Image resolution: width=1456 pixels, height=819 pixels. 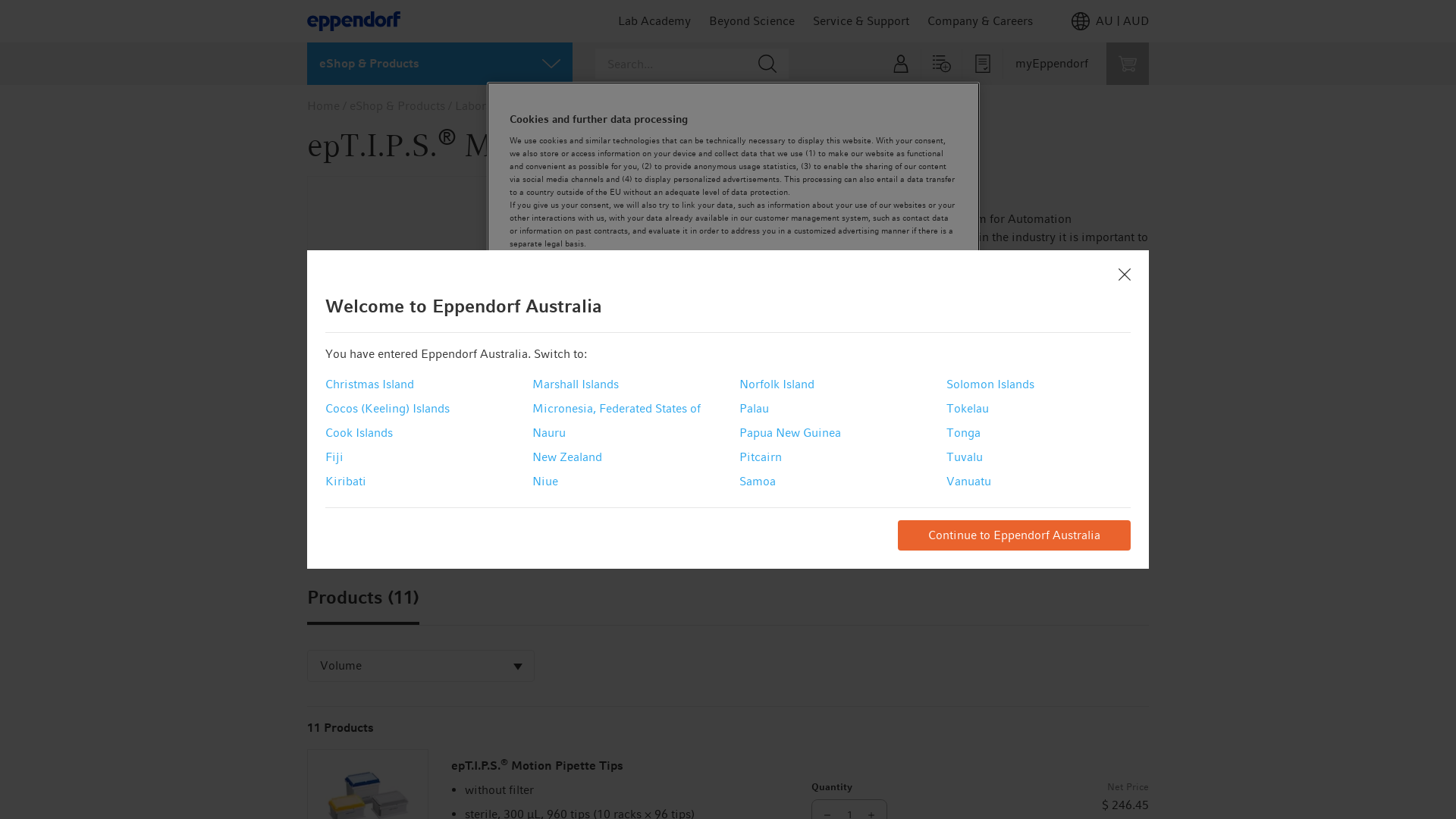 I want to click on 'Tokelau', so click(x=967, y=408).